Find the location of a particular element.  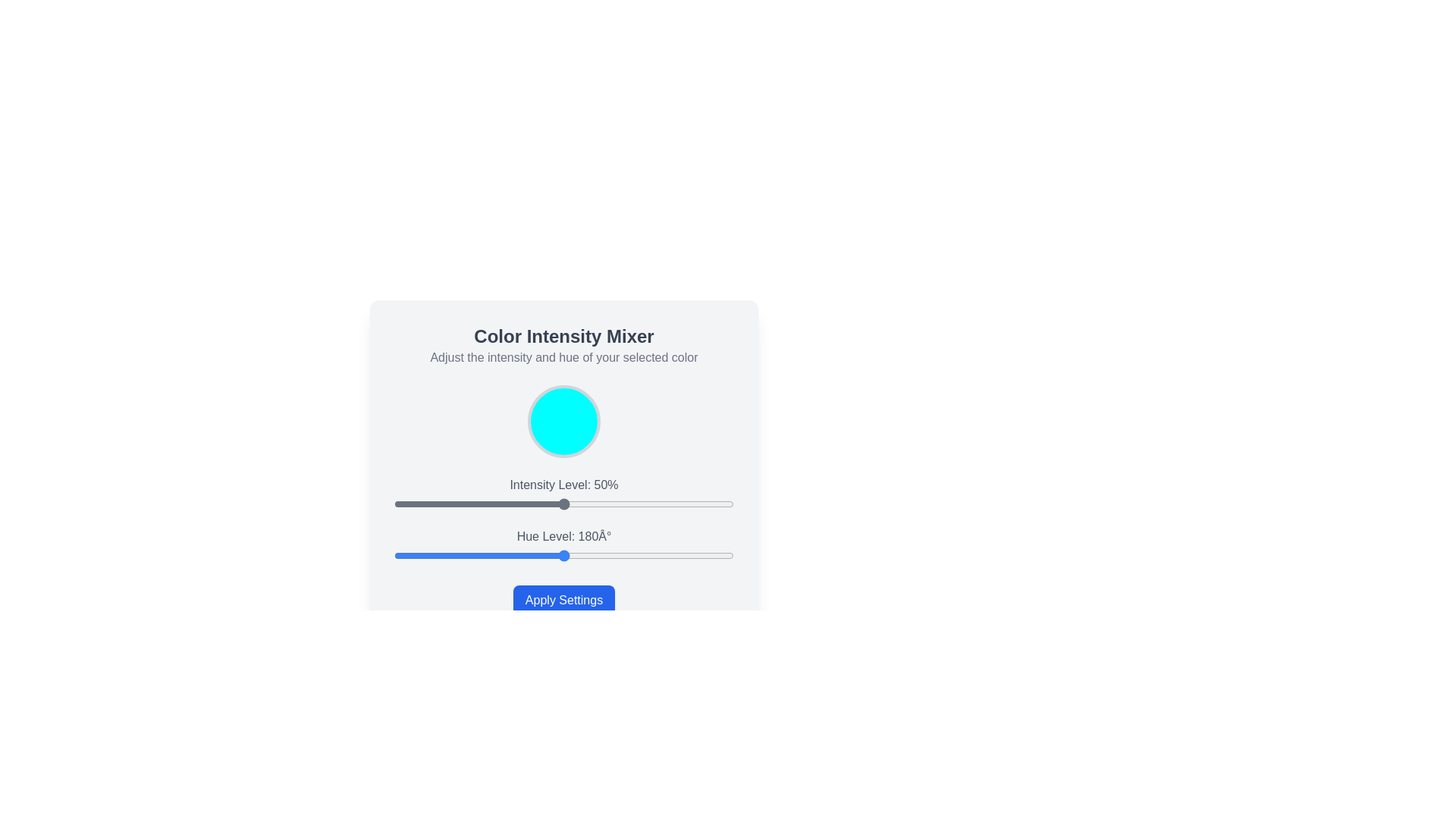

the hue level slider to 271° is located at coordinates (650, 555).